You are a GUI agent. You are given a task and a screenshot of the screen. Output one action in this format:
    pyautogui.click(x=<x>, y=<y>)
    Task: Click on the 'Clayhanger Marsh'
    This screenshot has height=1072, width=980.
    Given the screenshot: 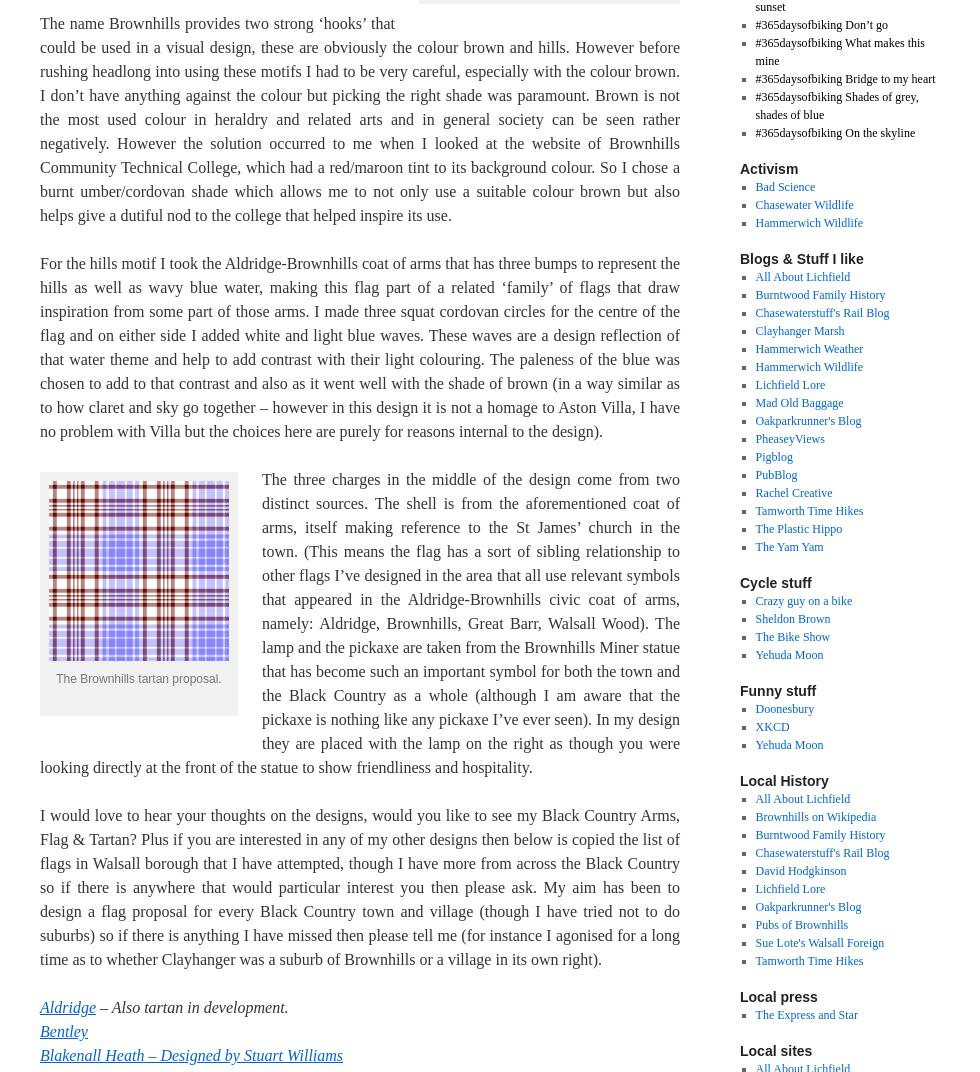 What is the action you would take?
    pyautogui.click(x=799, y=330)
    